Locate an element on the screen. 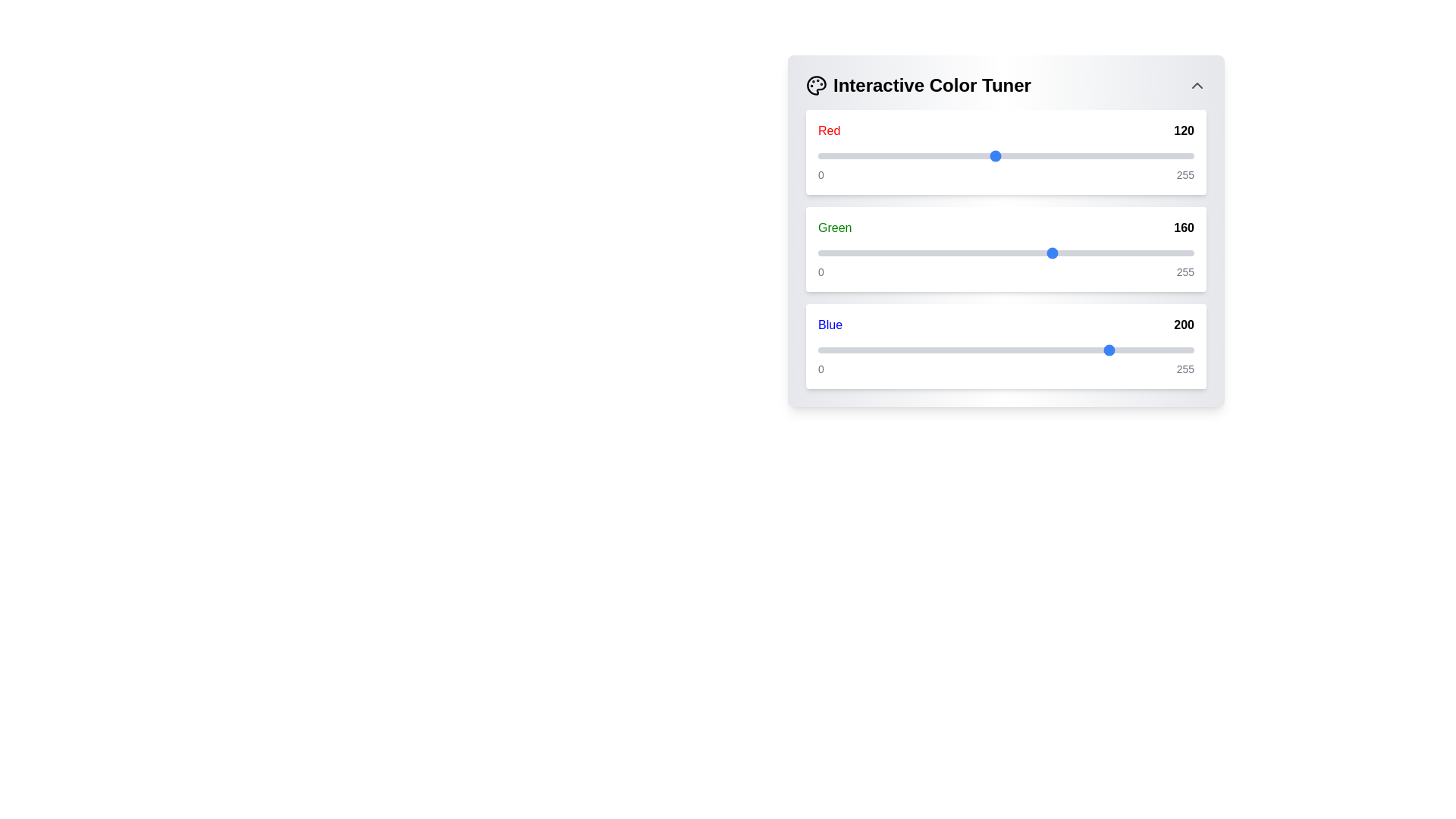 This screenshot has height=819, width=1456. the green color intensity is located at coordinates (1046, 253).